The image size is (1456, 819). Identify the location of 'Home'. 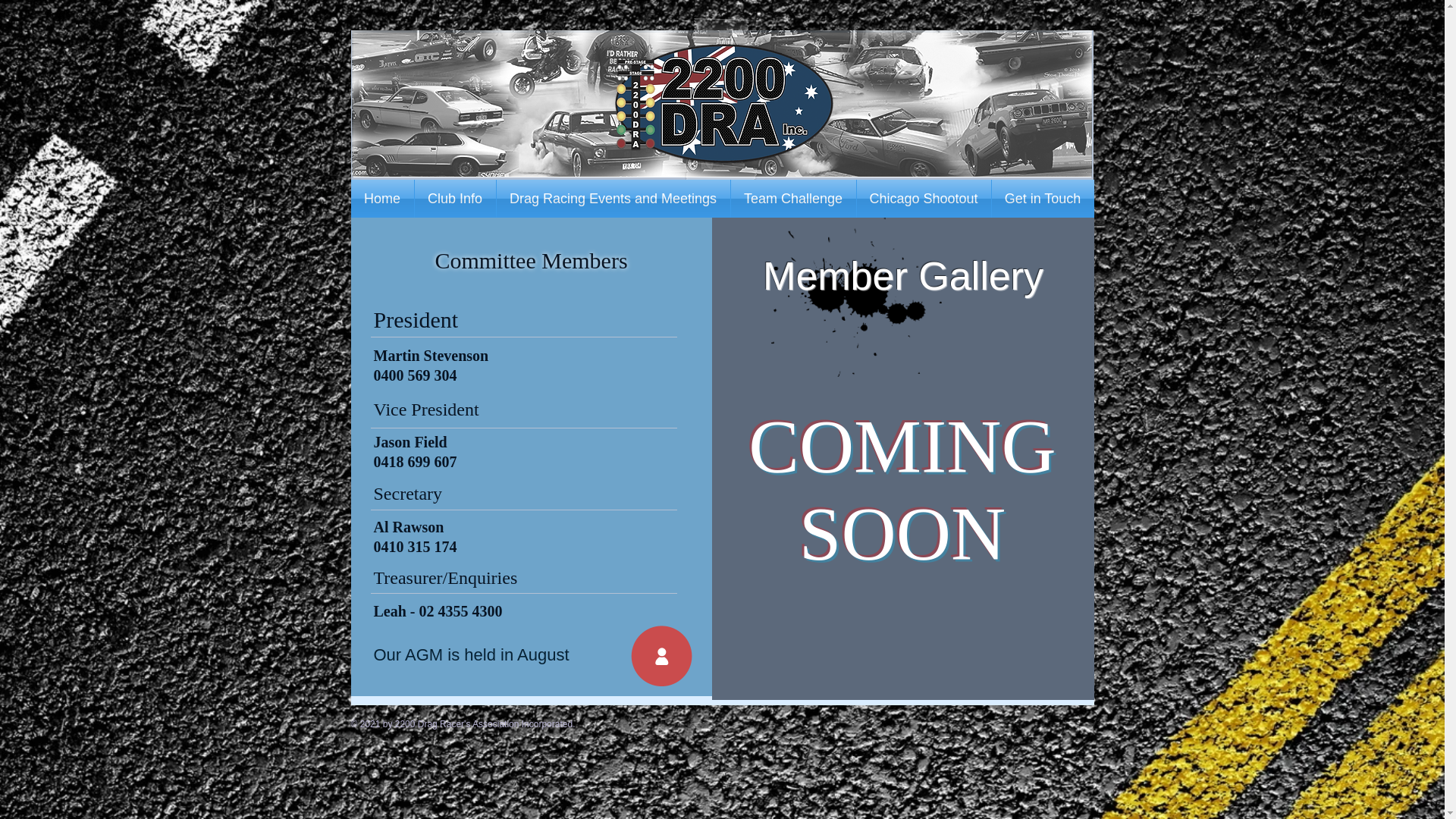
(381, 198).